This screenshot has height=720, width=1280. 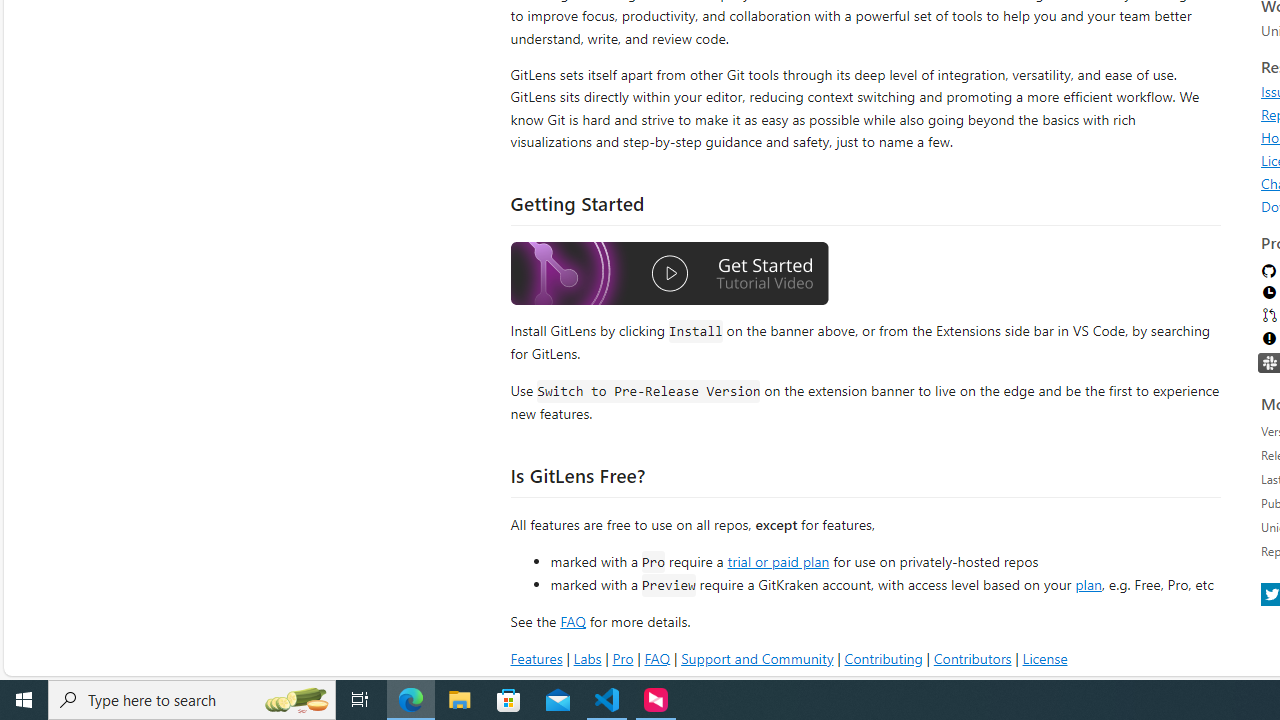 I want to click on 'plan', so click(x=1087, y=585).